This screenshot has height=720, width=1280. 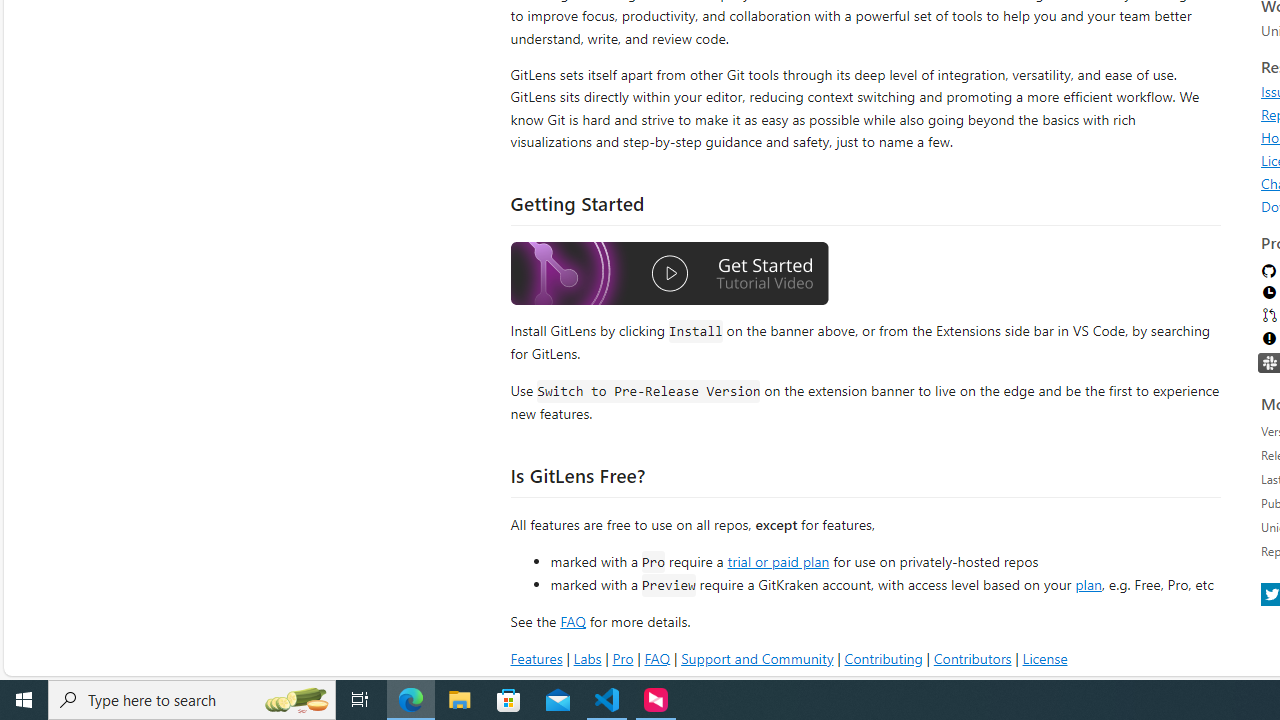 I want to click on 'plan', so click(x=1087, y=585).